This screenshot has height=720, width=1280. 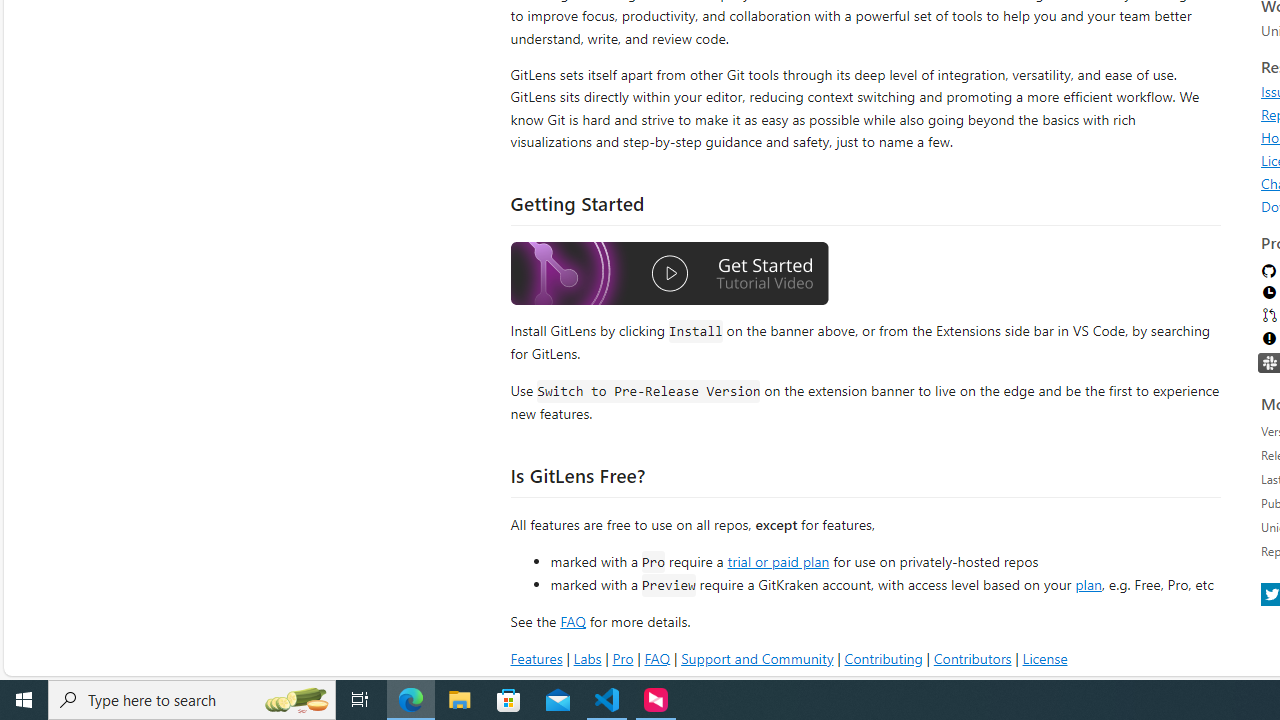 I want to click on 'plan', so click(x=1087, y=585).